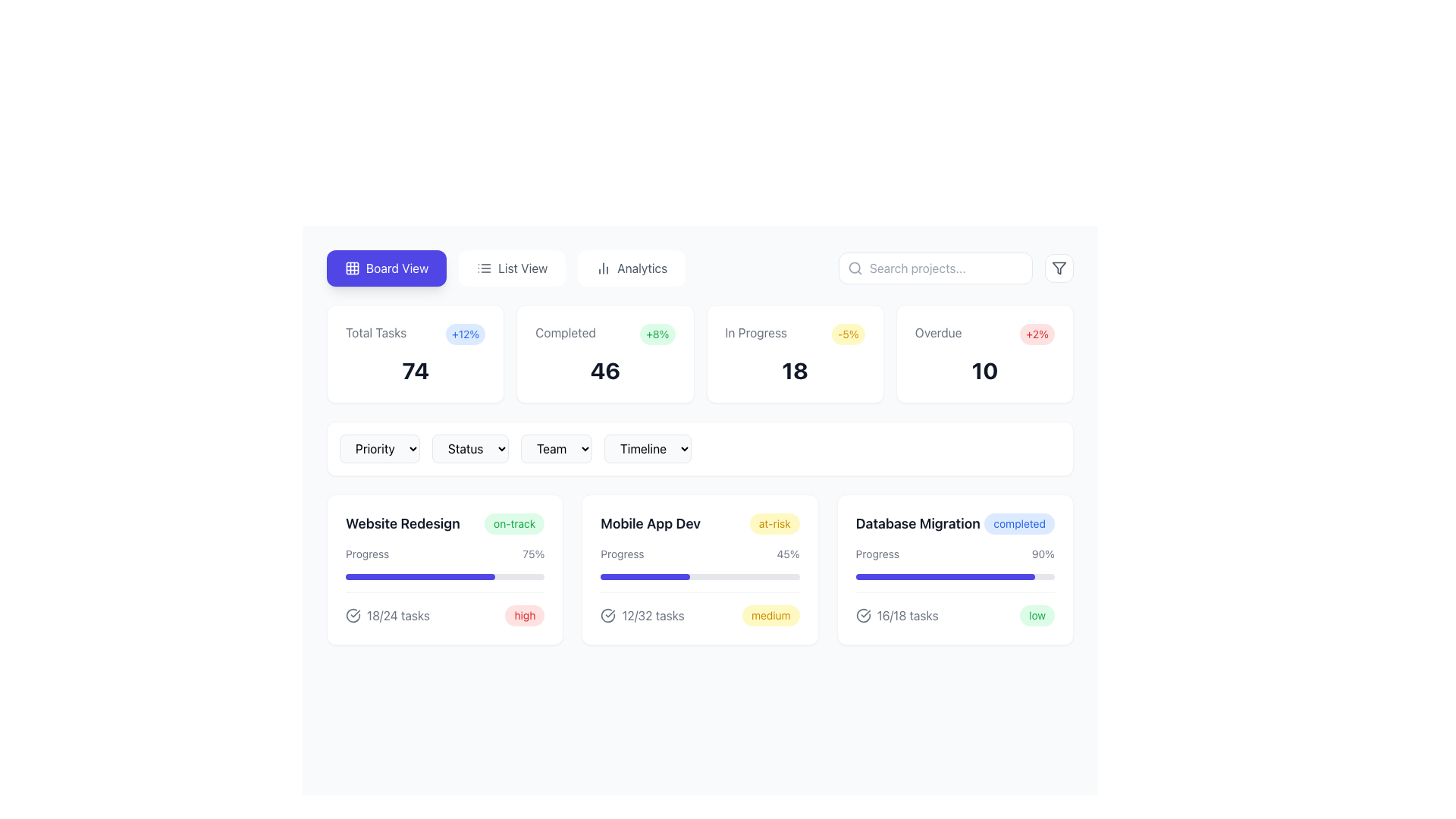  What do you see at coordinates (444, 576) in the screenshot?
I see `the progress bar indicating 75% completion for the 'Website Redesign' project, located within its card on the dashboard` at bounding box center [444, 576].